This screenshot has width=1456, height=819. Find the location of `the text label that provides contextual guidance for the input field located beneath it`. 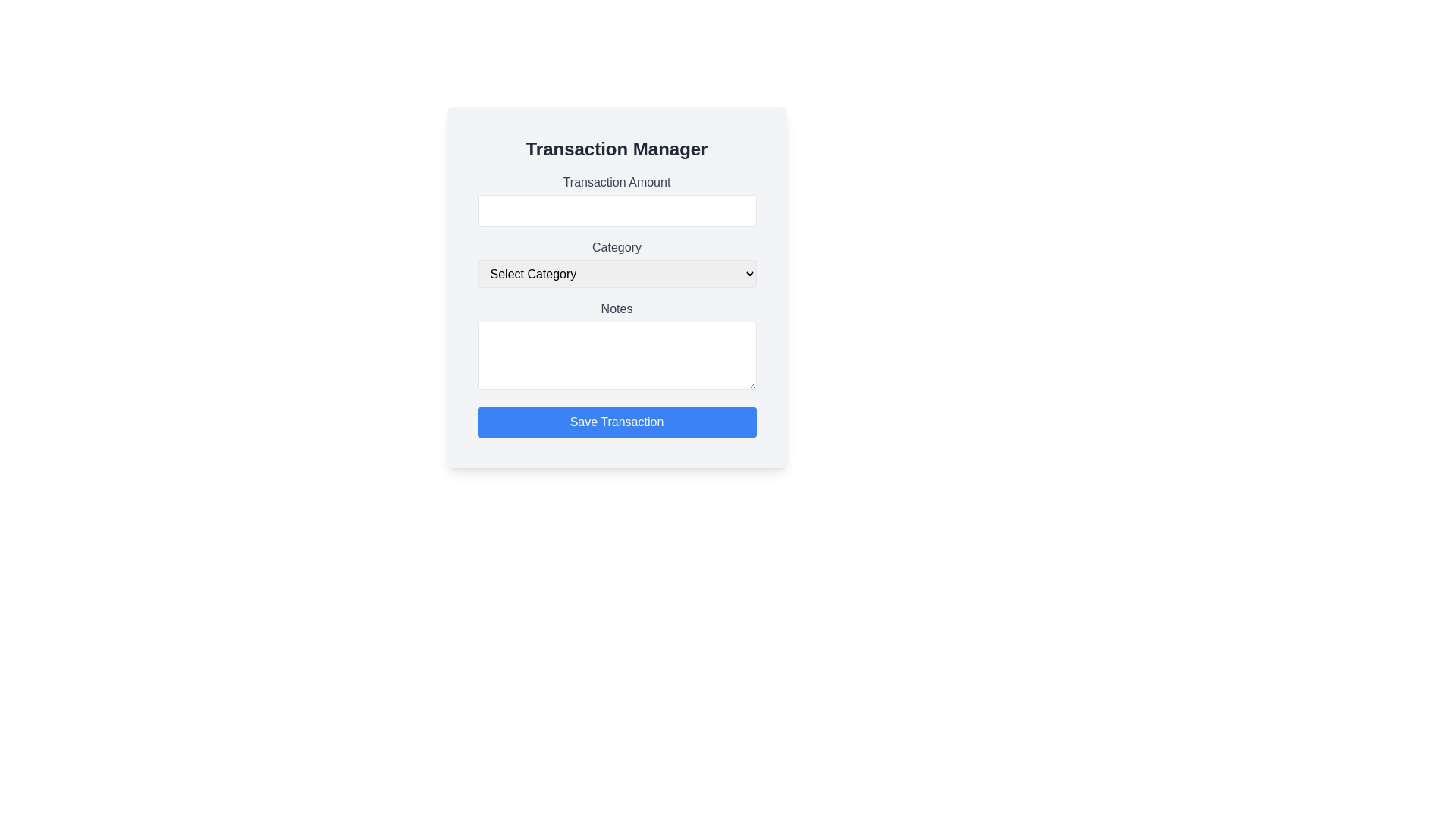

the text label that provides contextual guidance for the input field located beneath it is located at coordinates (617, 181).